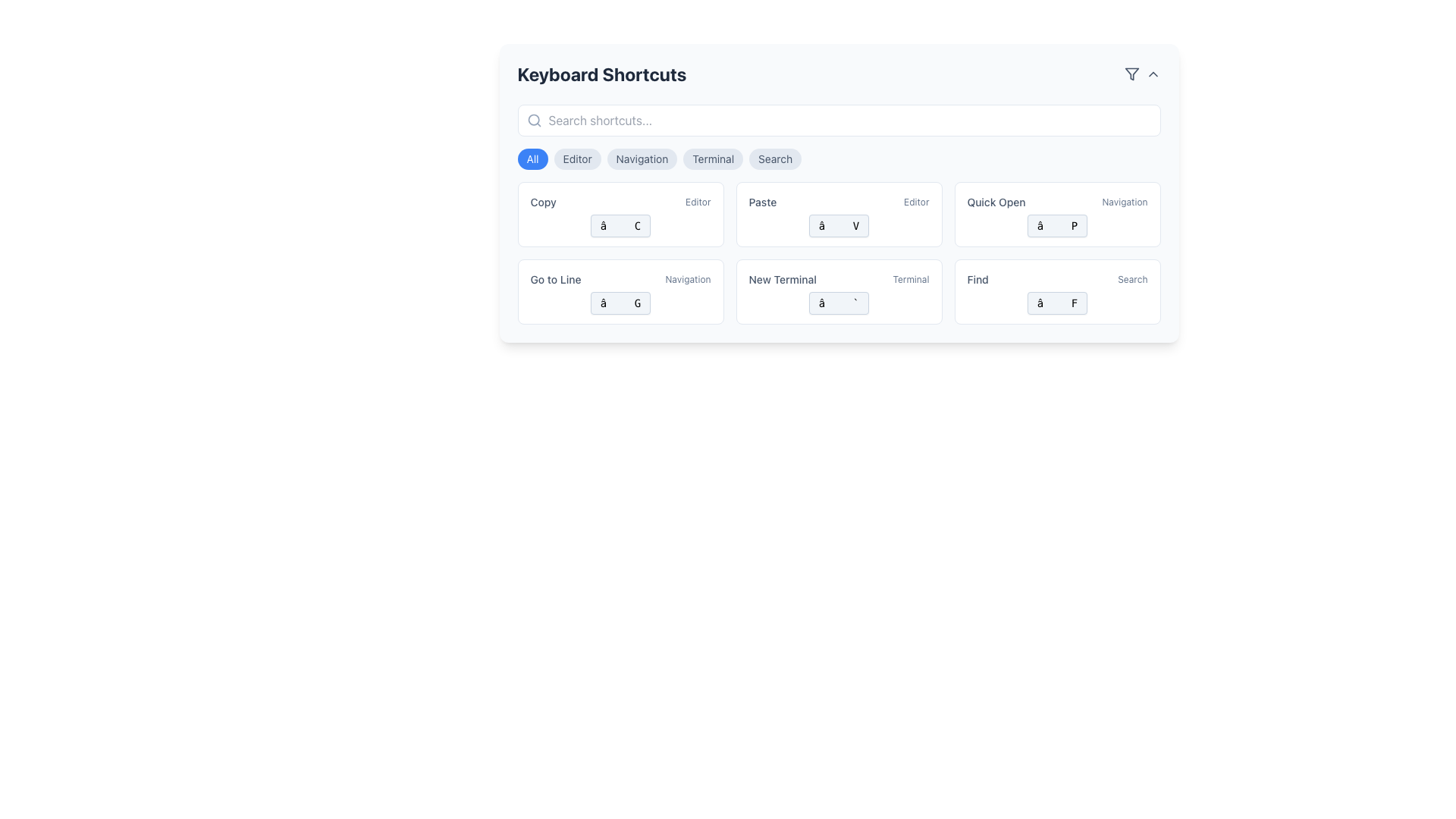 The image size is (1456, 819). What do you see at coordinates (620, 292) in the screenshot?
I see `the 'Go to Line' shortcut card, which features a white background, a bold title, and a blue button-like area with '⌘ G' at the bottom, to focus on it` at bounding box center [620, 292].